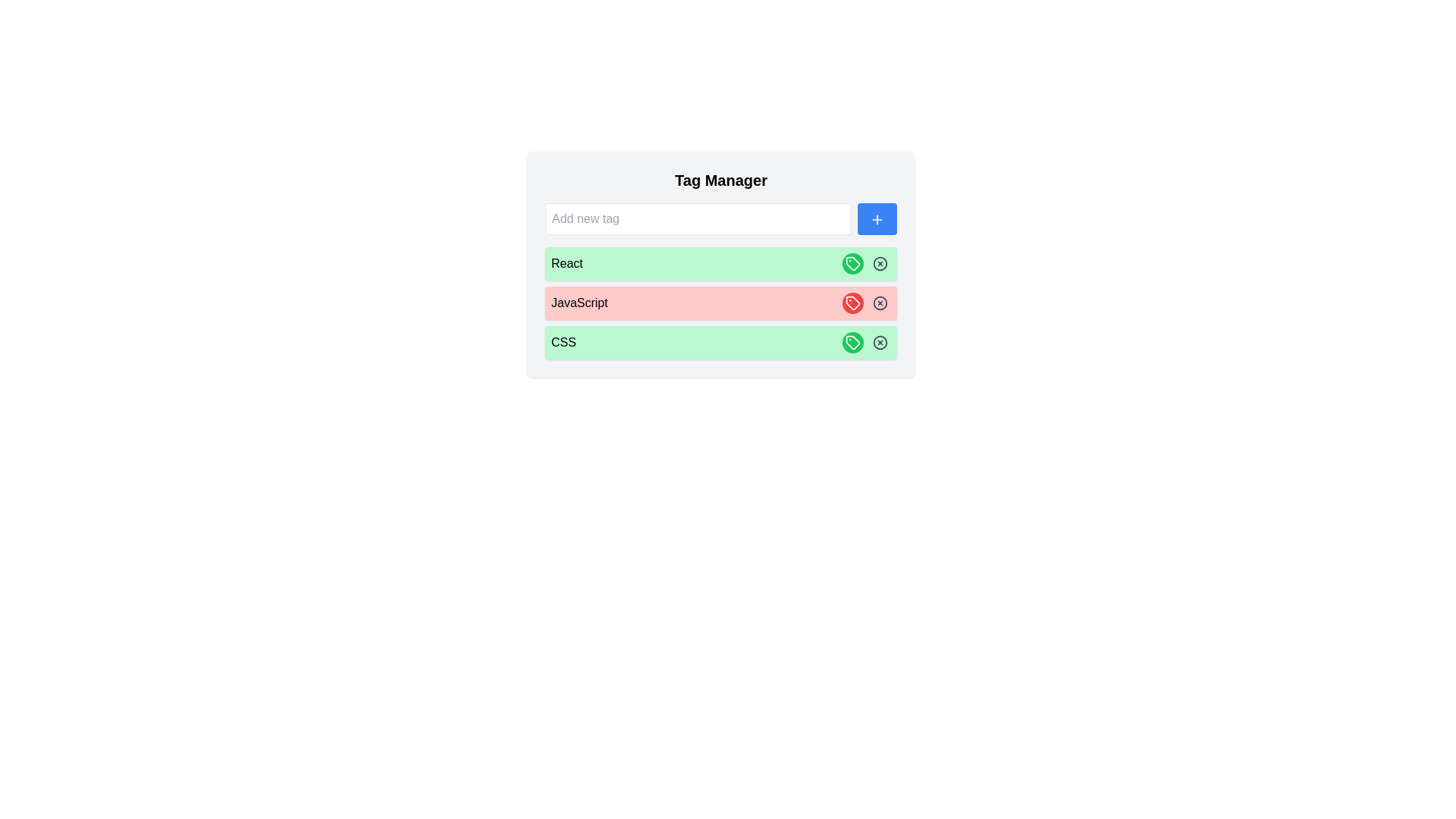 This screenshot has height=819, width=1456. I want to click on the tag labeled CSS, so click(852, 342).